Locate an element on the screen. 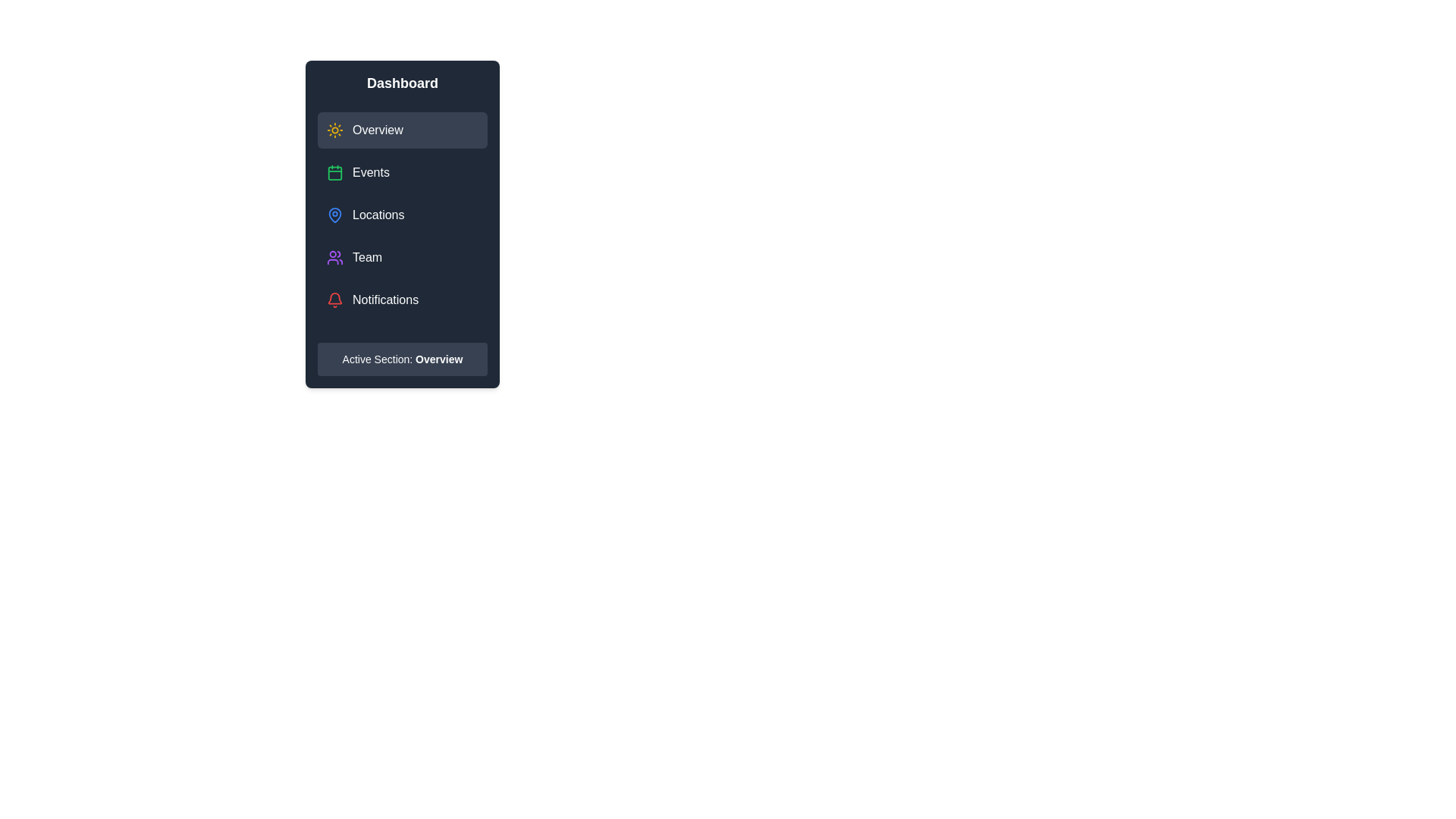 This screenshot has width=1456, height=819. the menu item labeled Overview to observe visual feedback is located at coordinates (403, 130).